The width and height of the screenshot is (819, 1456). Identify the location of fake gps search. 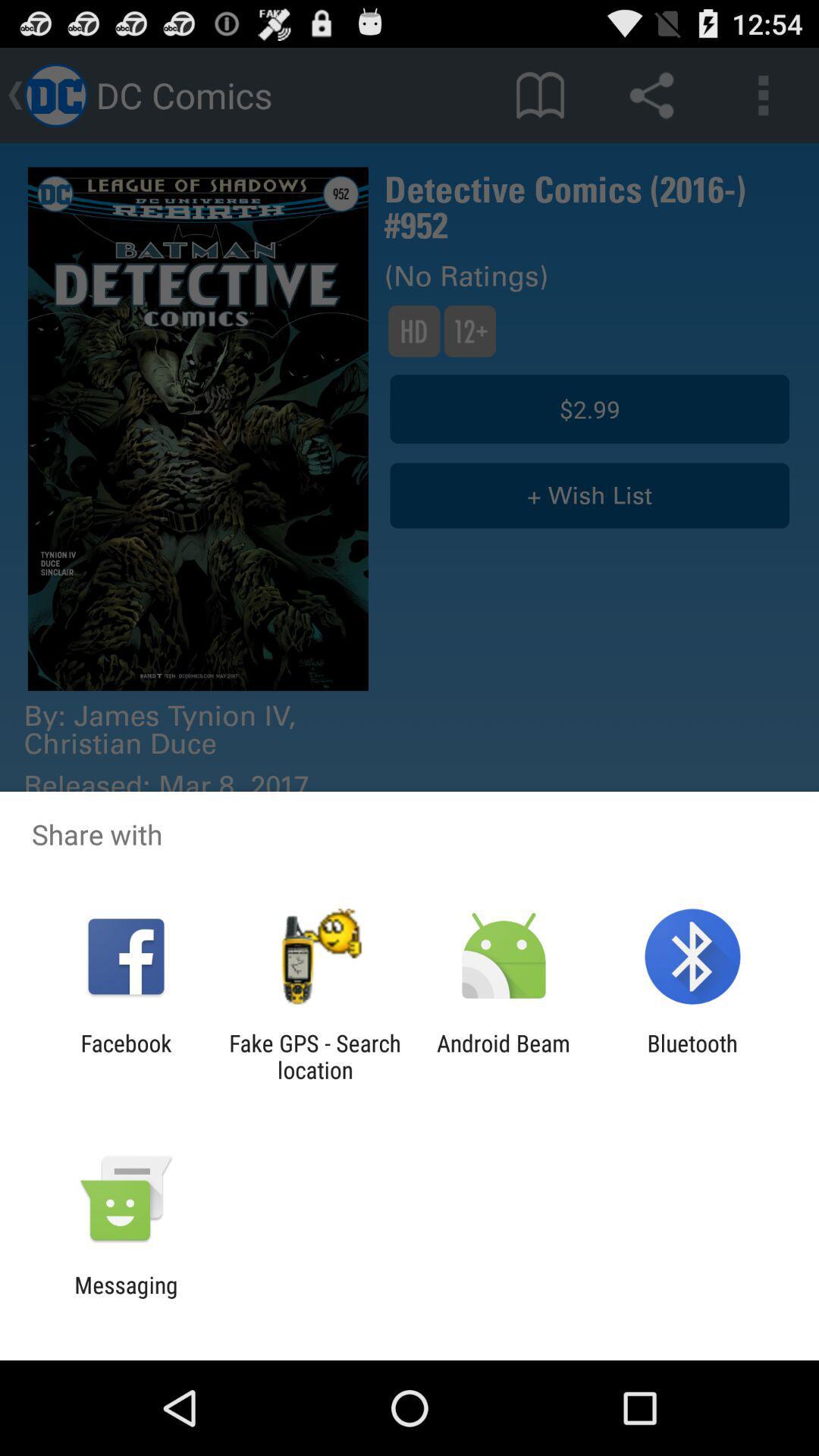
(314, 1056).